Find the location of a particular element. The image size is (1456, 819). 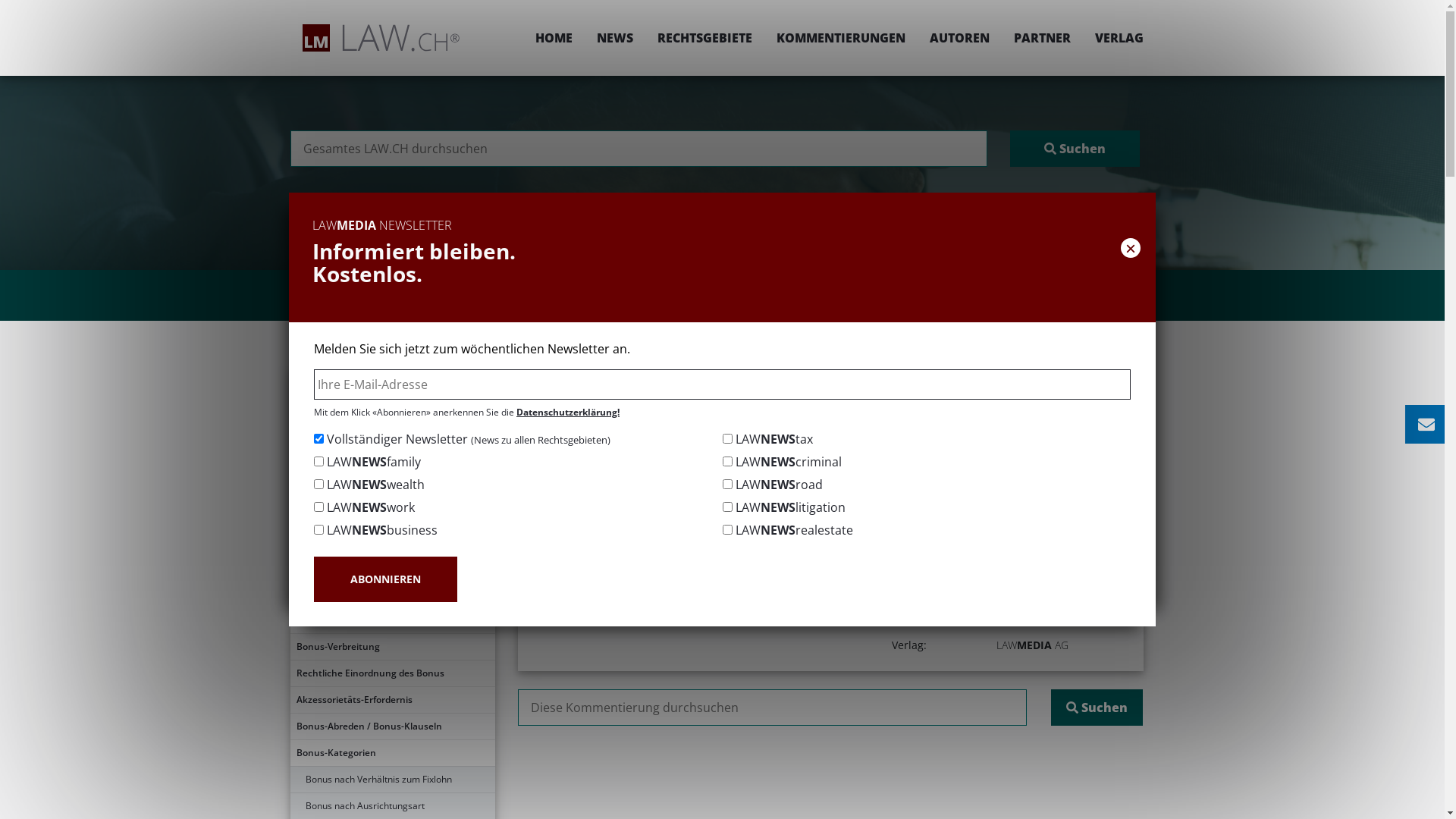

'Bonus-Abreden / Bonus-Klauseln' is located at coordinates (392, 725).